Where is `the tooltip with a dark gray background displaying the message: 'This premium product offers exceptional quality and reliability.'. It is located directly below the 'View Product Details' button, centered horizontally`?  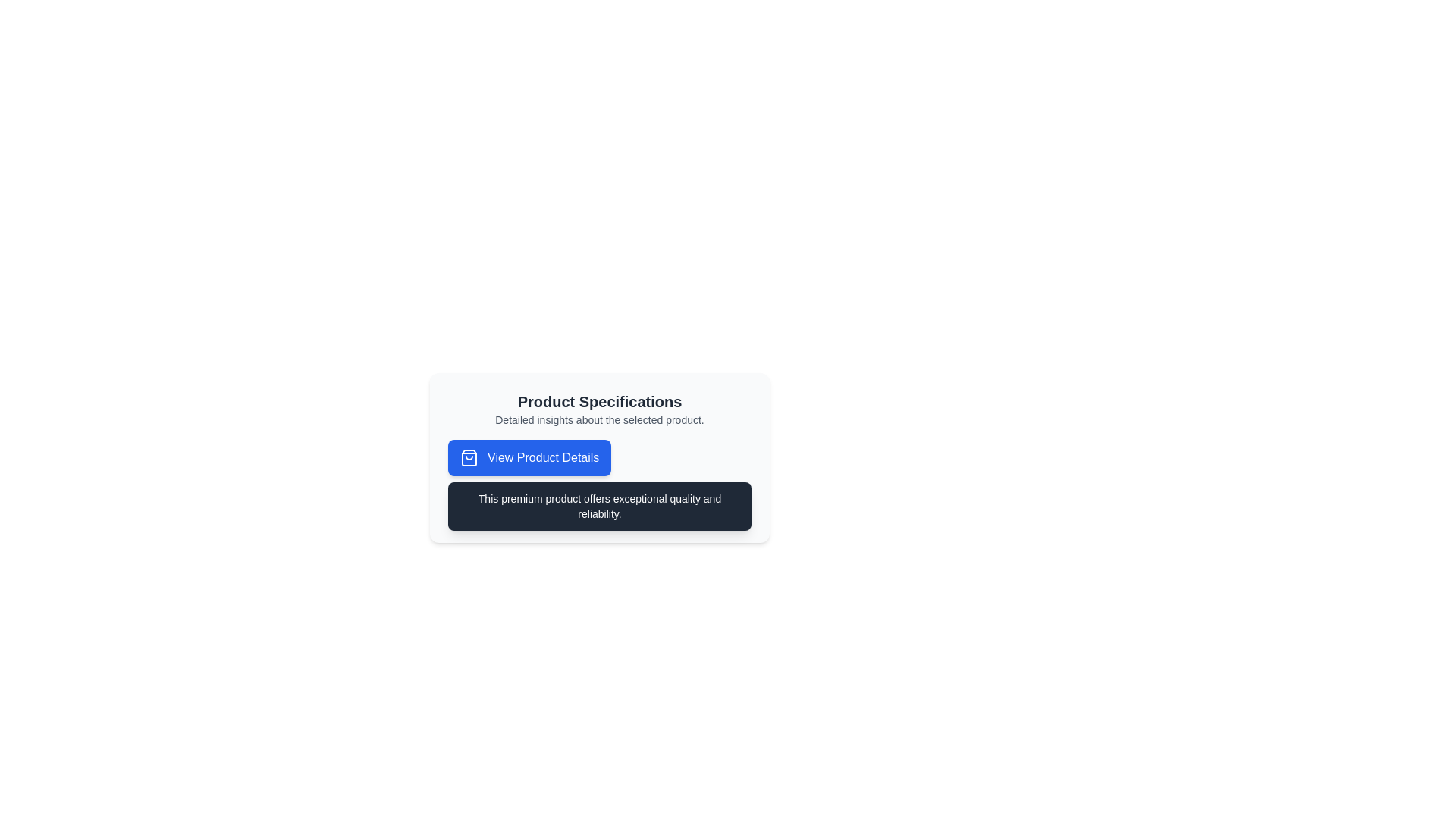 the tooltip with a dark gray background displaying the message: 'This premium product offers exceptional quality and reliability.'. It is located directly below the 'View Product Details' button, centered horizontally is located at coordinates (599, 506).